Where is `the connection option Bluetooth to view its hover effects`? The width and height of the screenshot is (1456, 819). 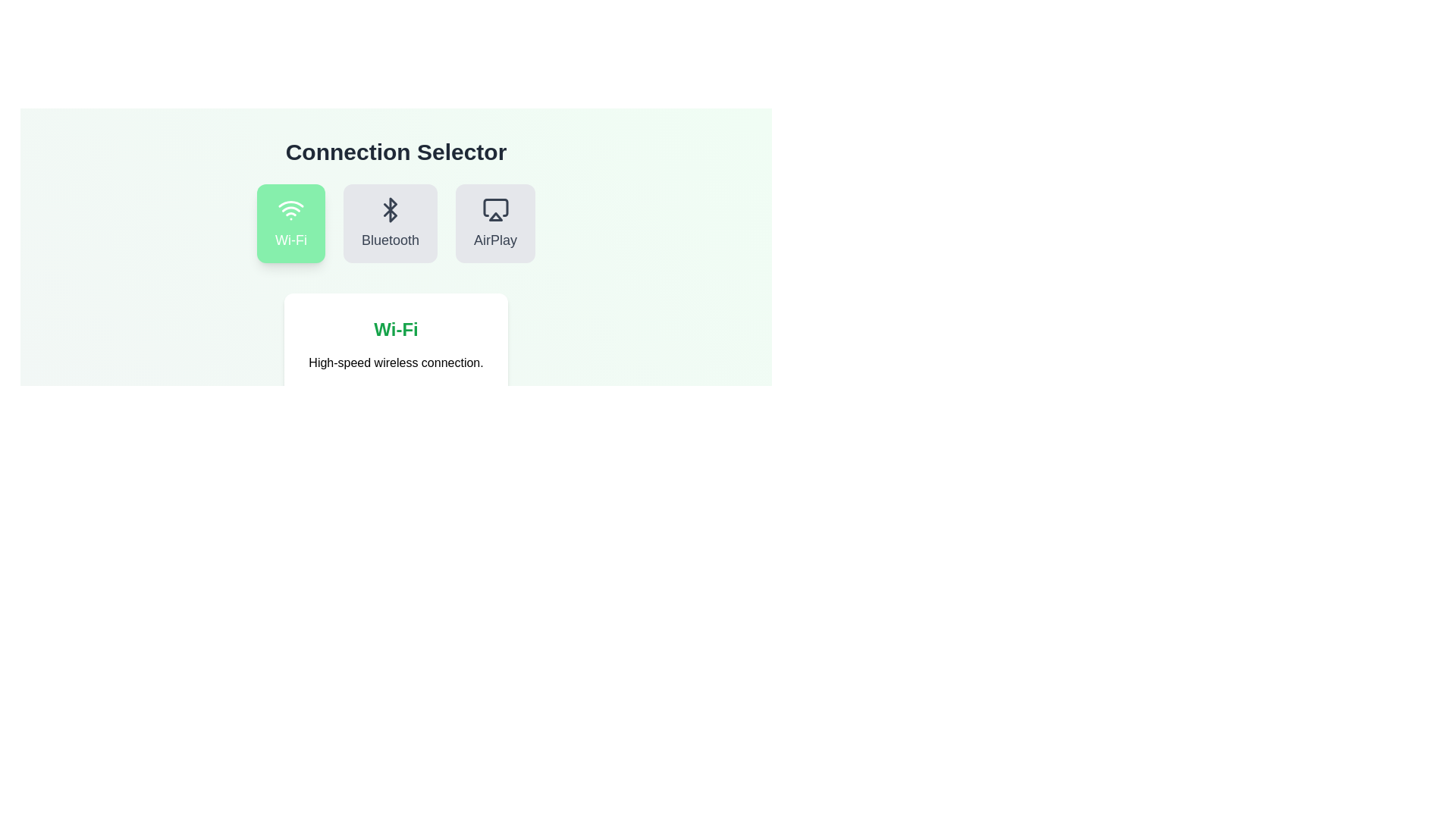
the connection option Bluetooth to view its hover effects is located at coordinates (390, 223).